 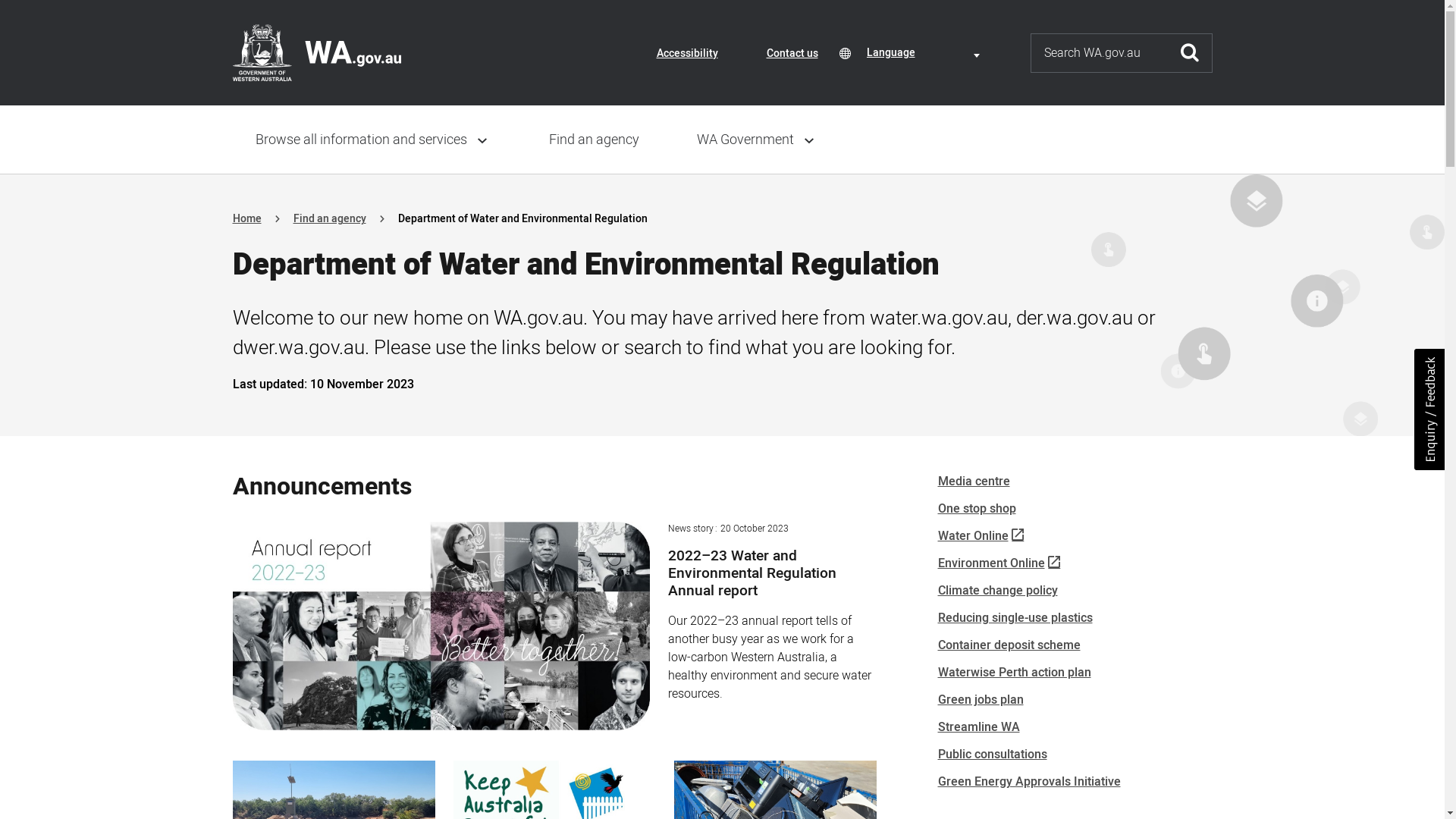 I want to click on 'One stop shop', so click(x=976, y=509).